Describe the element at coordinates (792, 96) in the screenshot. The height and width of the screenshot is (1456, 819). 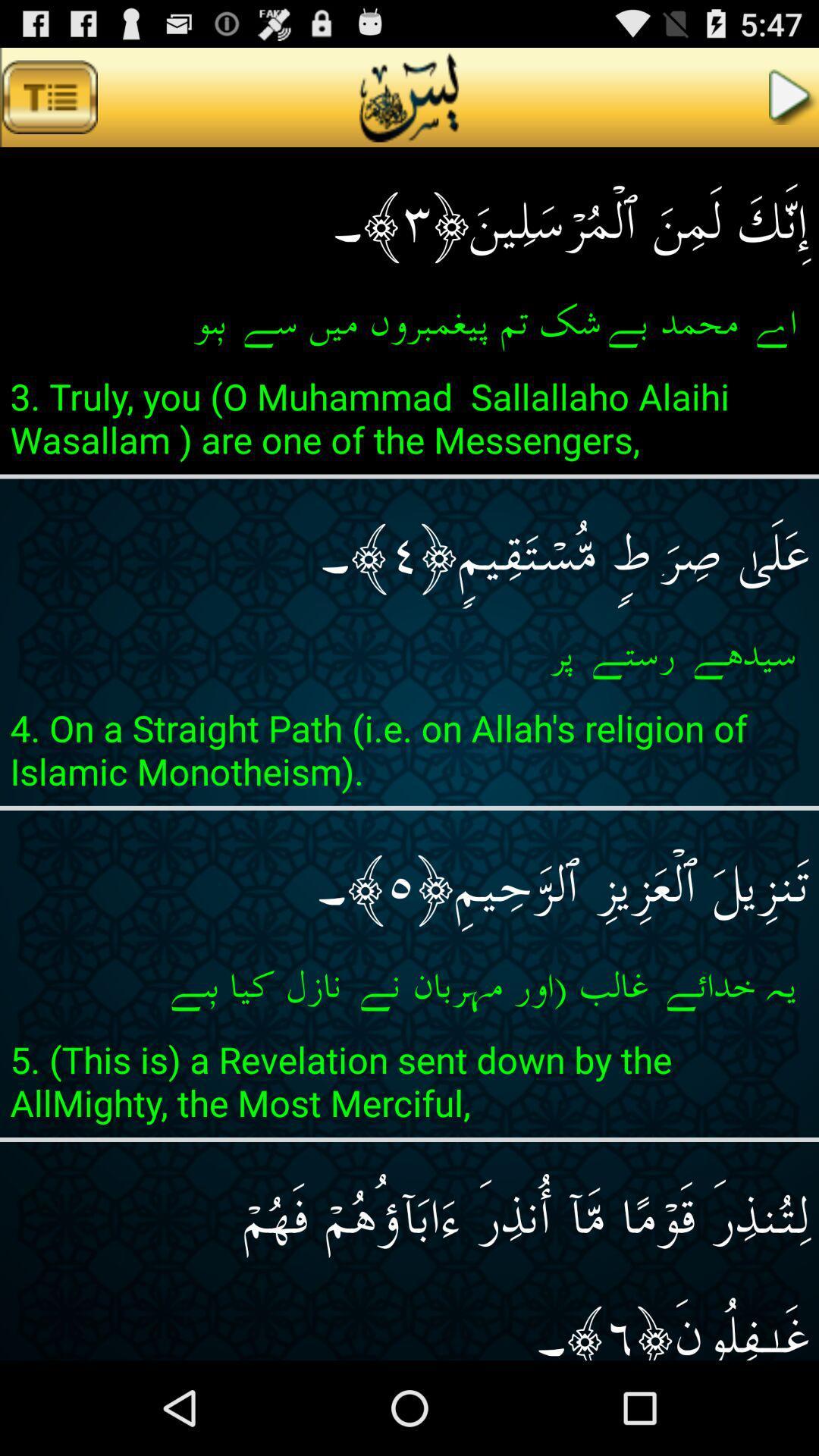
I see `button at the top right corner` at that location.